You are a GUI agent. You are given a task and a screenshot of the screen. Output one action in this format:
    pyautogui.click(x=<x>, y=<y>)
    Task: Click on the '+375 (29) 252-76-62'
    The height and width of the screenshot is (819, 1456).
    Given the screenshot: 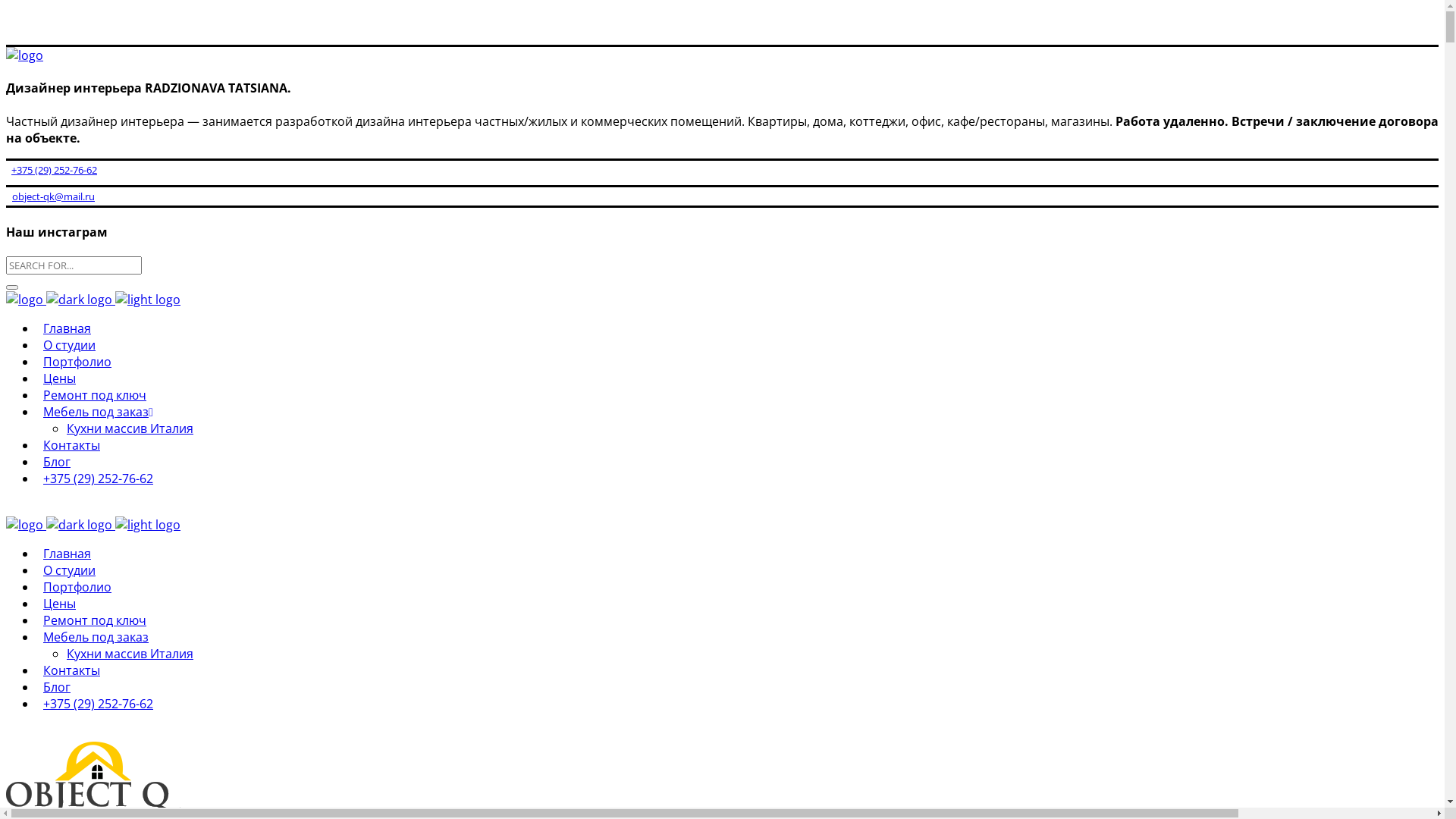 What is the action you would take?
    pyautogui.click(x=97, y=704)
    